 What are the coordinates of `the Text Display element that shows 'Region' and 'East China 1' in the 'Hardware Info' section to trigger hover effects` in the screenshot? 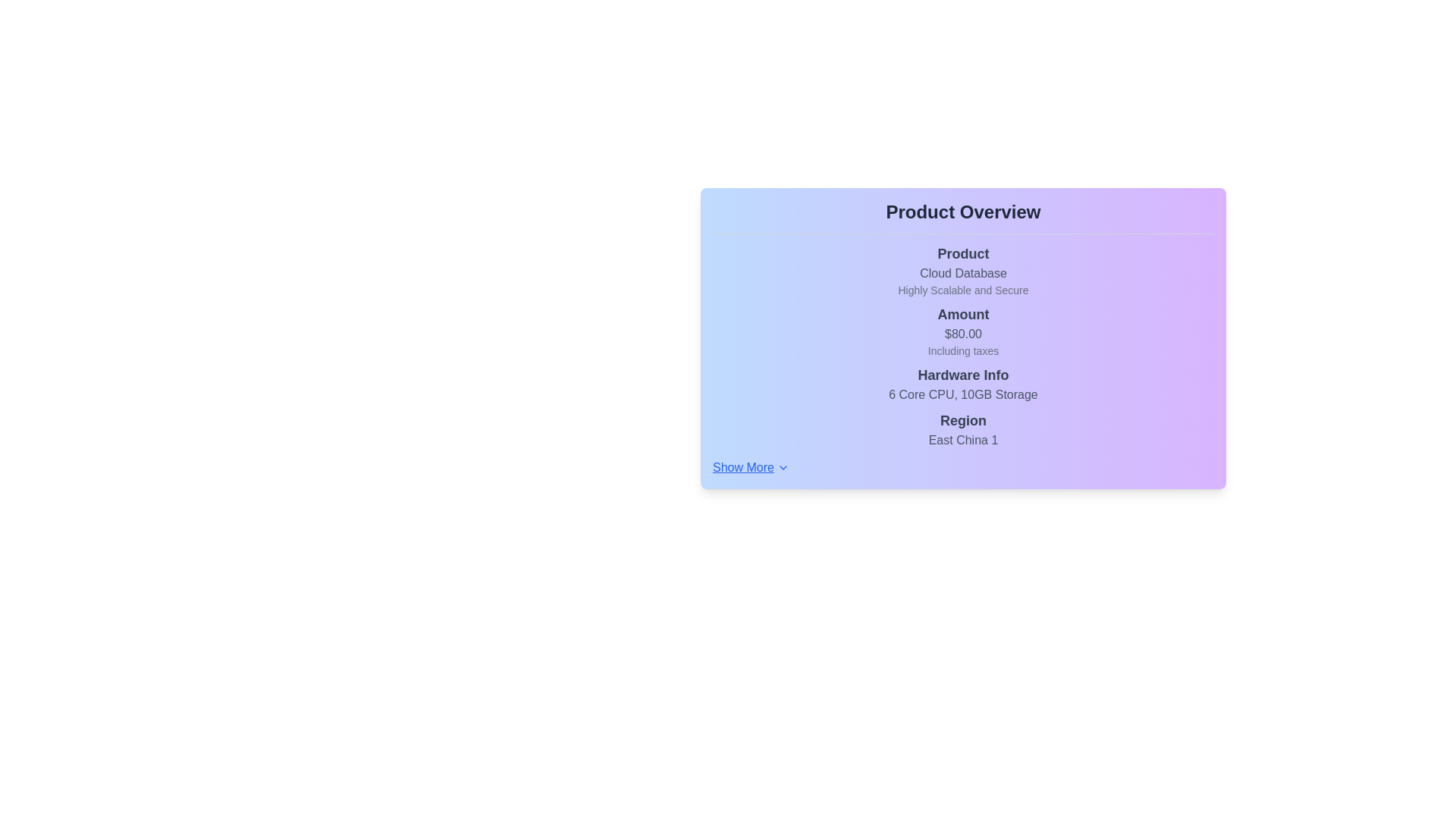 It's located at (962, 430).